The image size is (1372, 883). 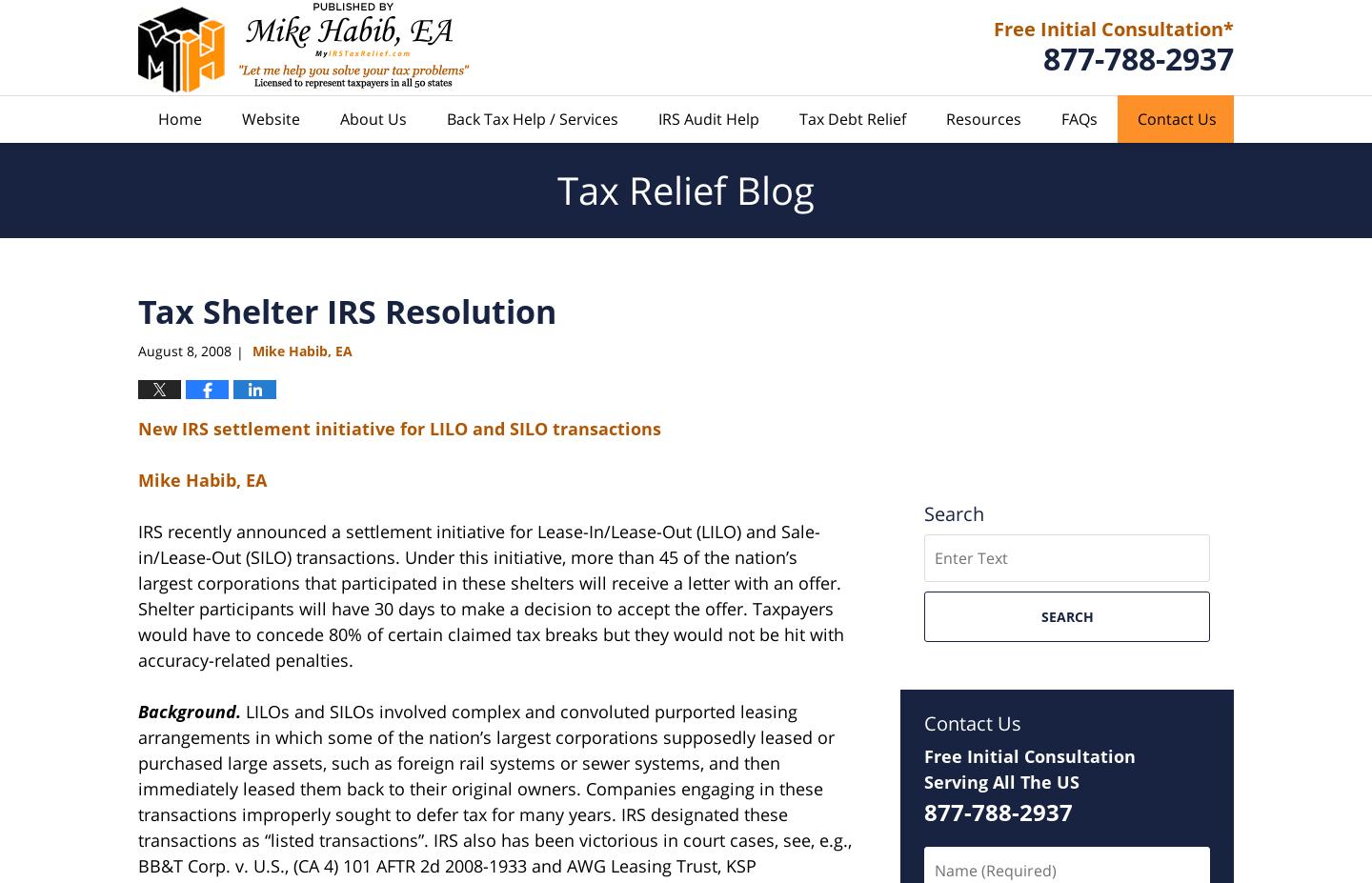 What do you see at coordinates (851, 117) in the screenshot?
I see `'Tax Debt Relief'` at bounding box center [851, 117].